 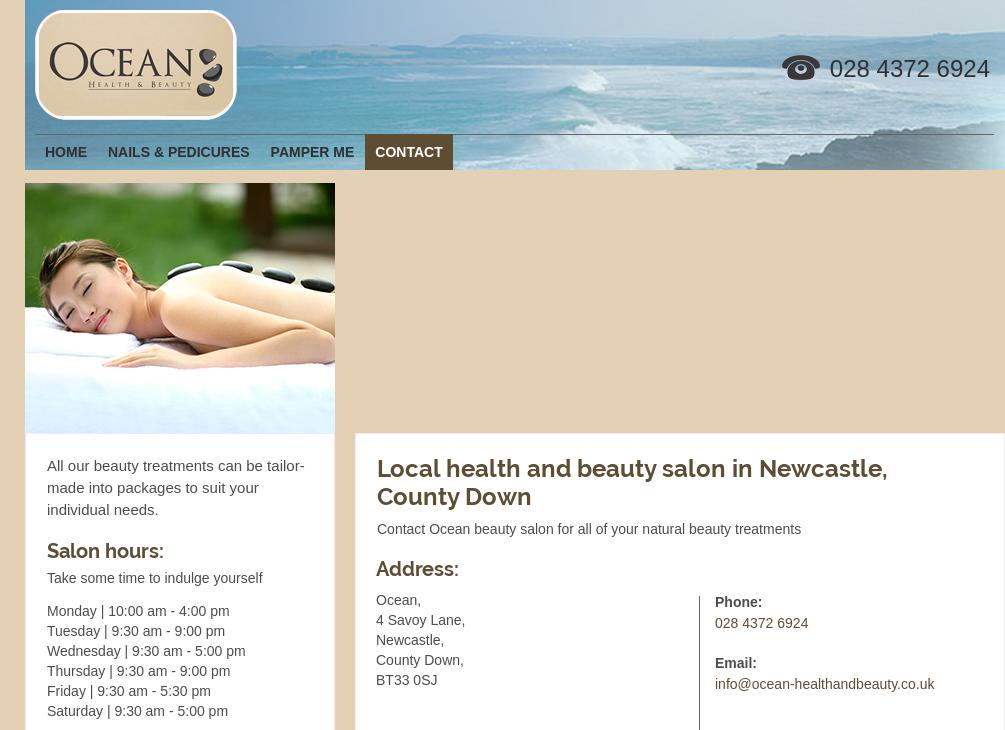 What do you see at coordinates (47, 631) in the screenshot?
I see `'Tuesday | 9:30 am - 9:00 pm'` at bounding box center [47, 631].